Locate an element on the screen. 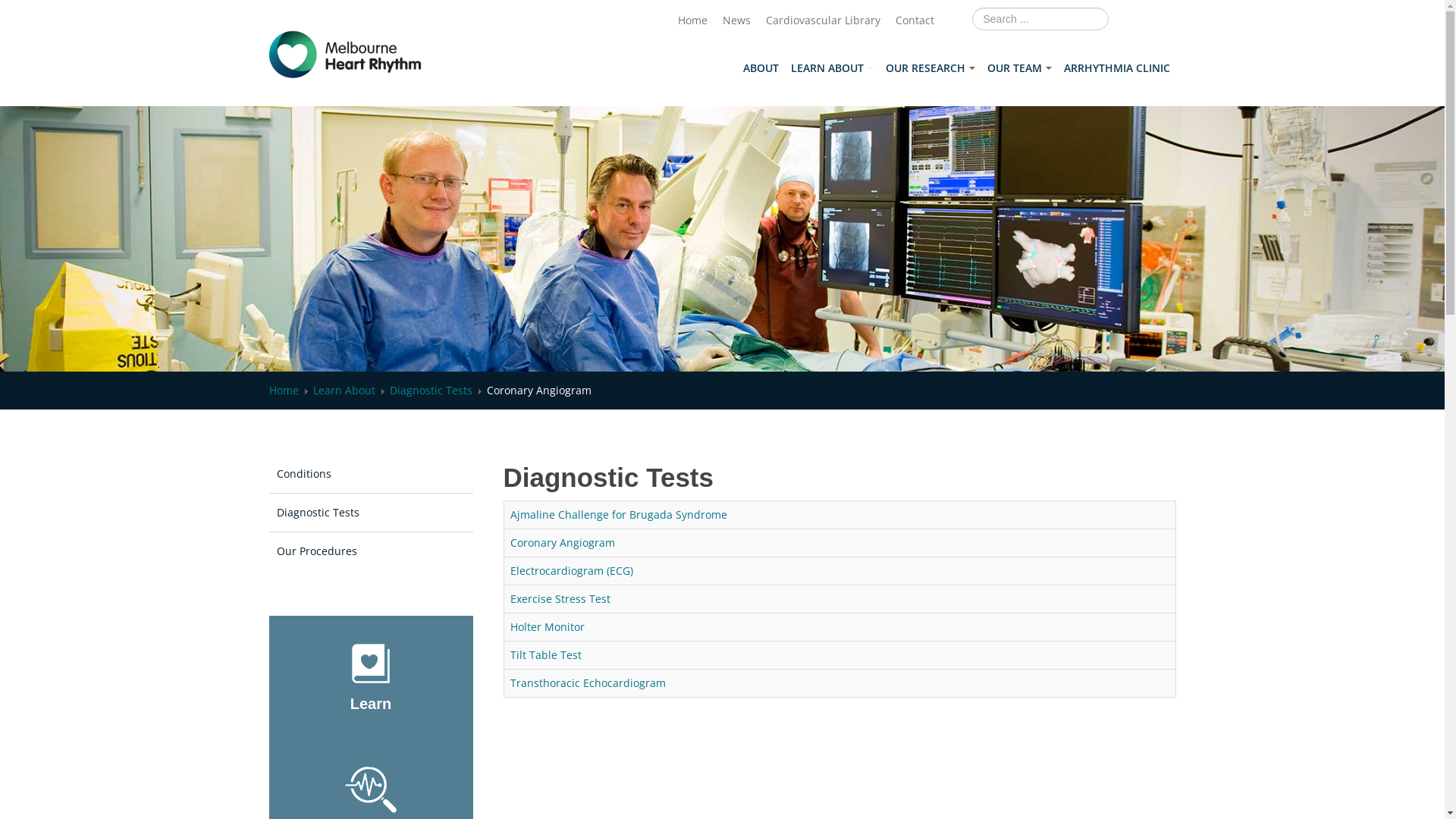 This screenshot has height=819, width=1456. 'Melbourne Hearth Rhythm' is located at coordinates (345, 54).